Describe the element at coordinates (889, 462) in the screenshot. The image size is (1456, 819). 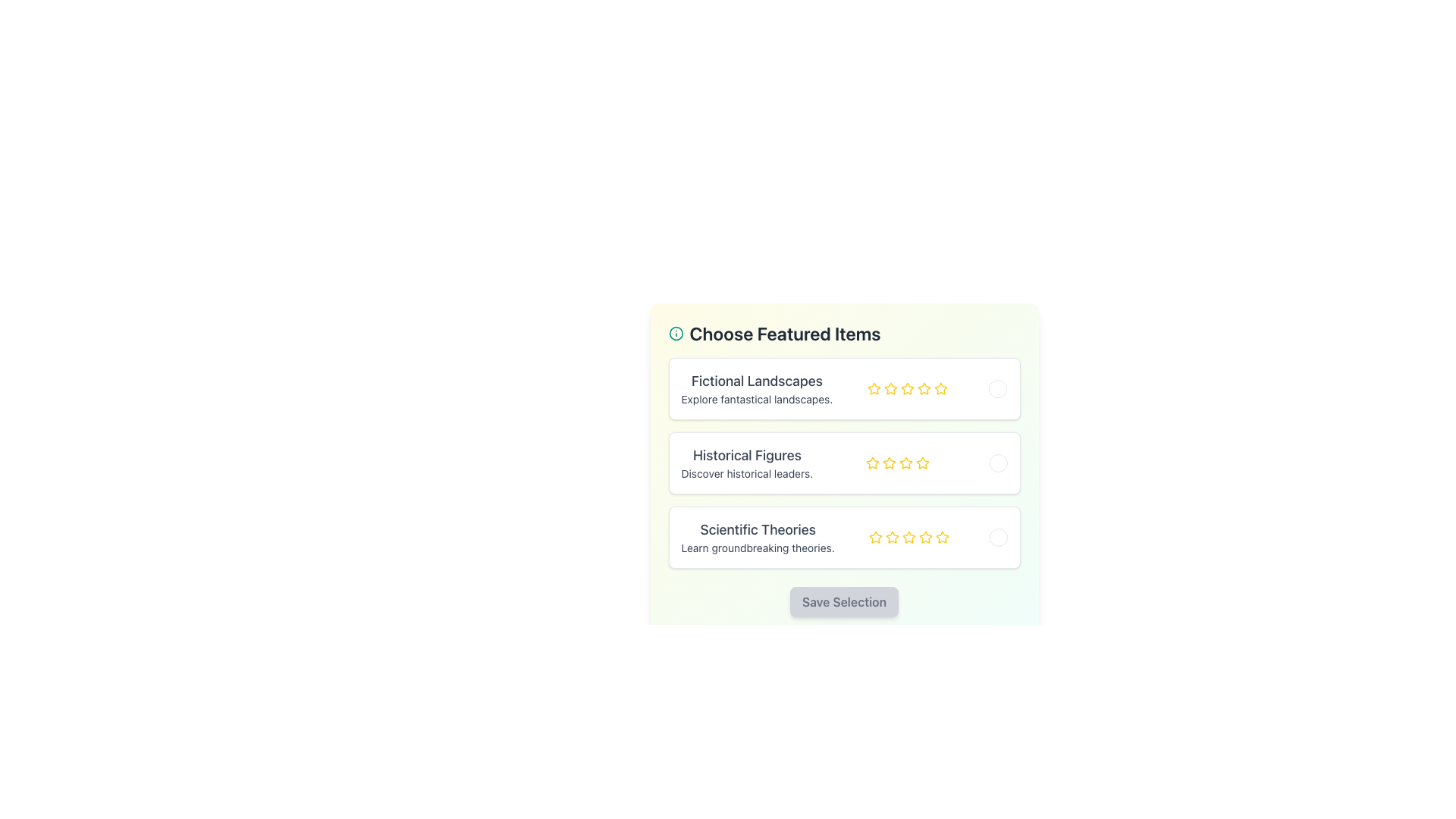
I see `the second rating star in the 'Historical Figures' row` at that location.